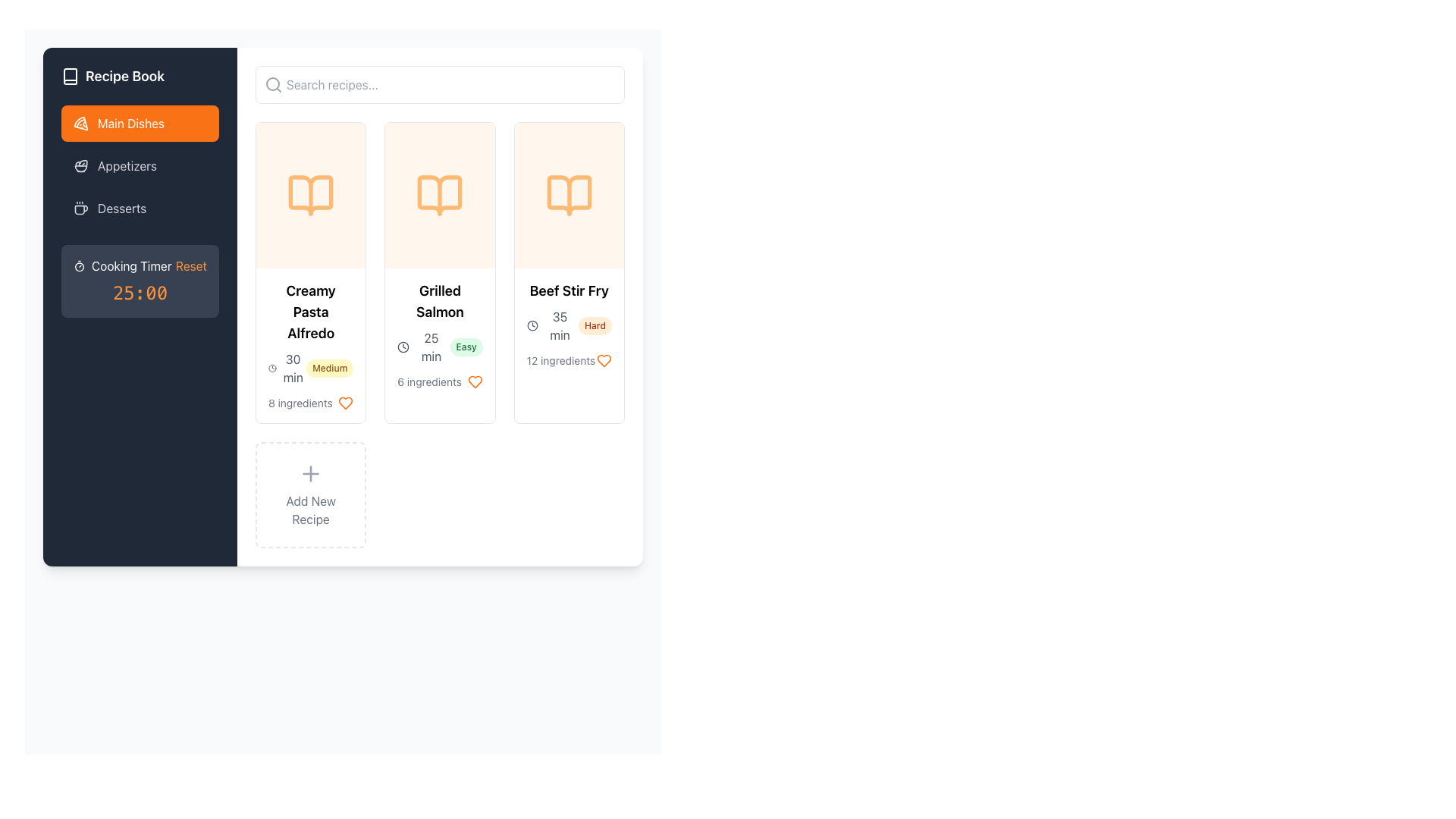 The height and width of the screenshot is (819, 1456). Describe the element at coordinates (131, 265) in the screenshot. I see `the text label indicating the title or purpose of the adjacent timer functionality located in the sidebar below the 'Main Dishes' category` at that location.